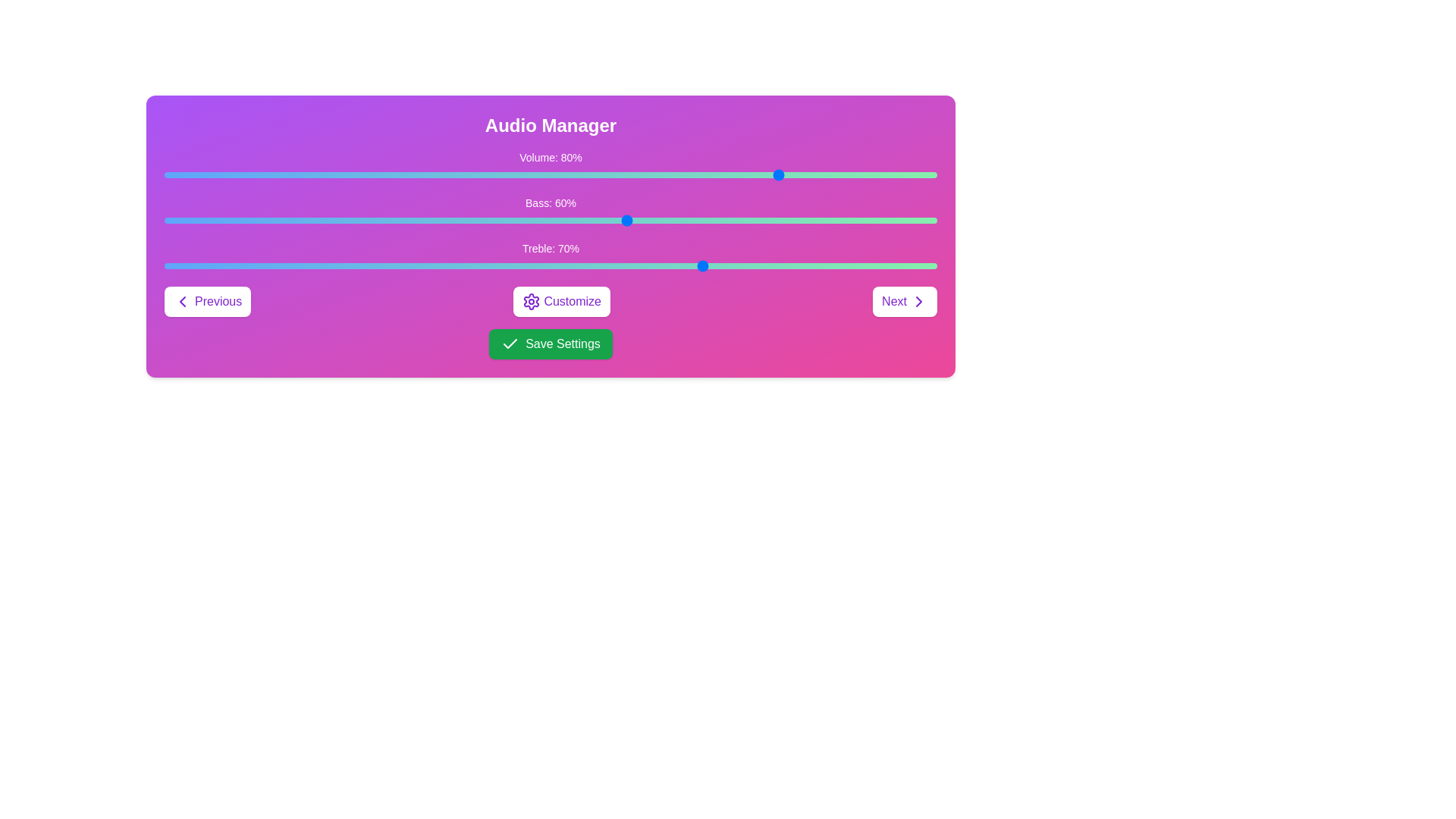 The width and height of the screenshot is (1456, 819). I want to click on bass level, so click(180, 220).